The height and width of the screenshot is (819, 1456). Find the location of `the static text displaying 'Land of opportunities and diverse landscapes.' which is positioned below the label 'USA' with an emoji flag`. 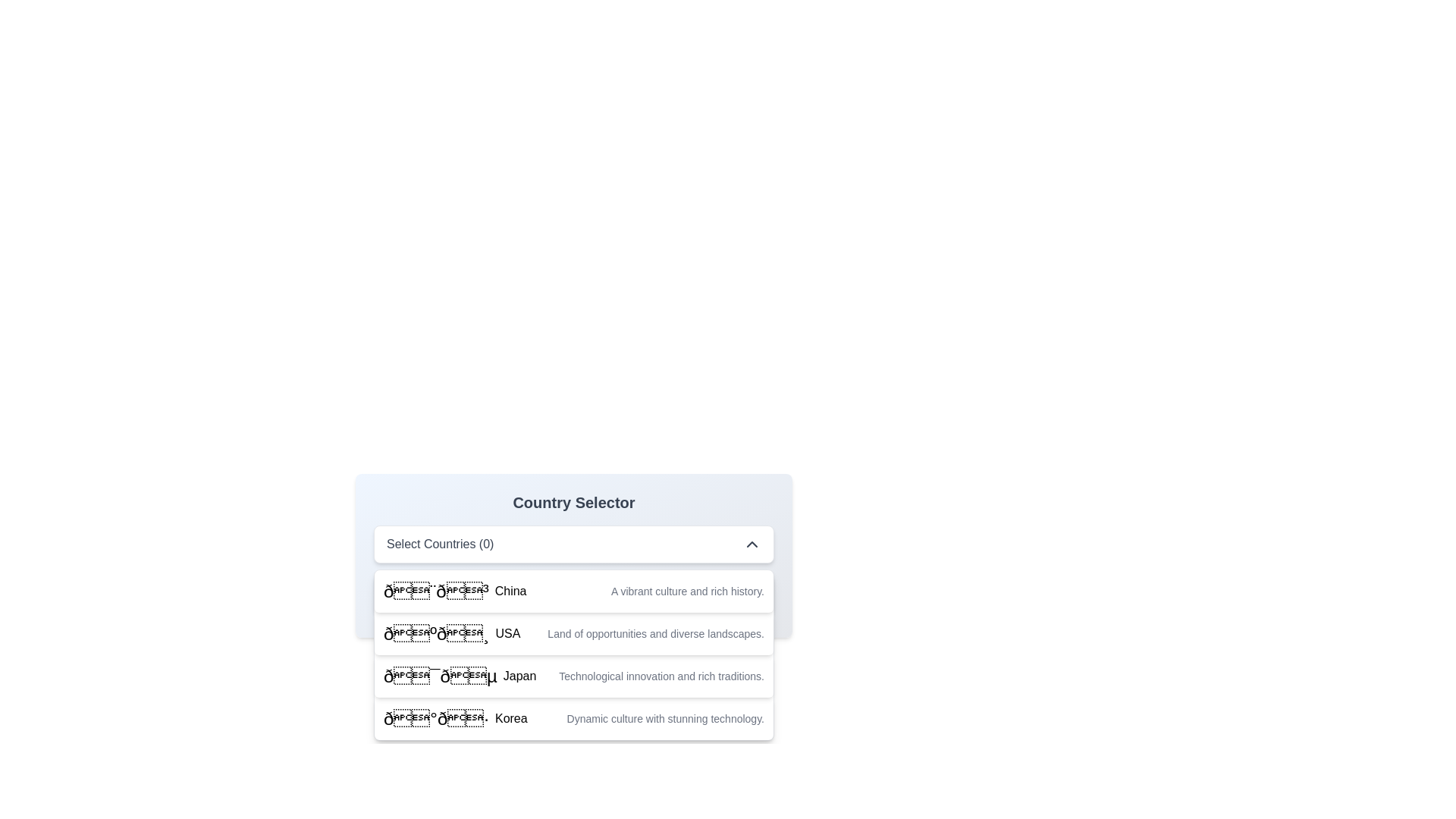

the static text displaying 'Land of opportunities and diverse landscapes.' which is positioned below the label 'USA' with an emoji flag is located at coordinates (656, 634).